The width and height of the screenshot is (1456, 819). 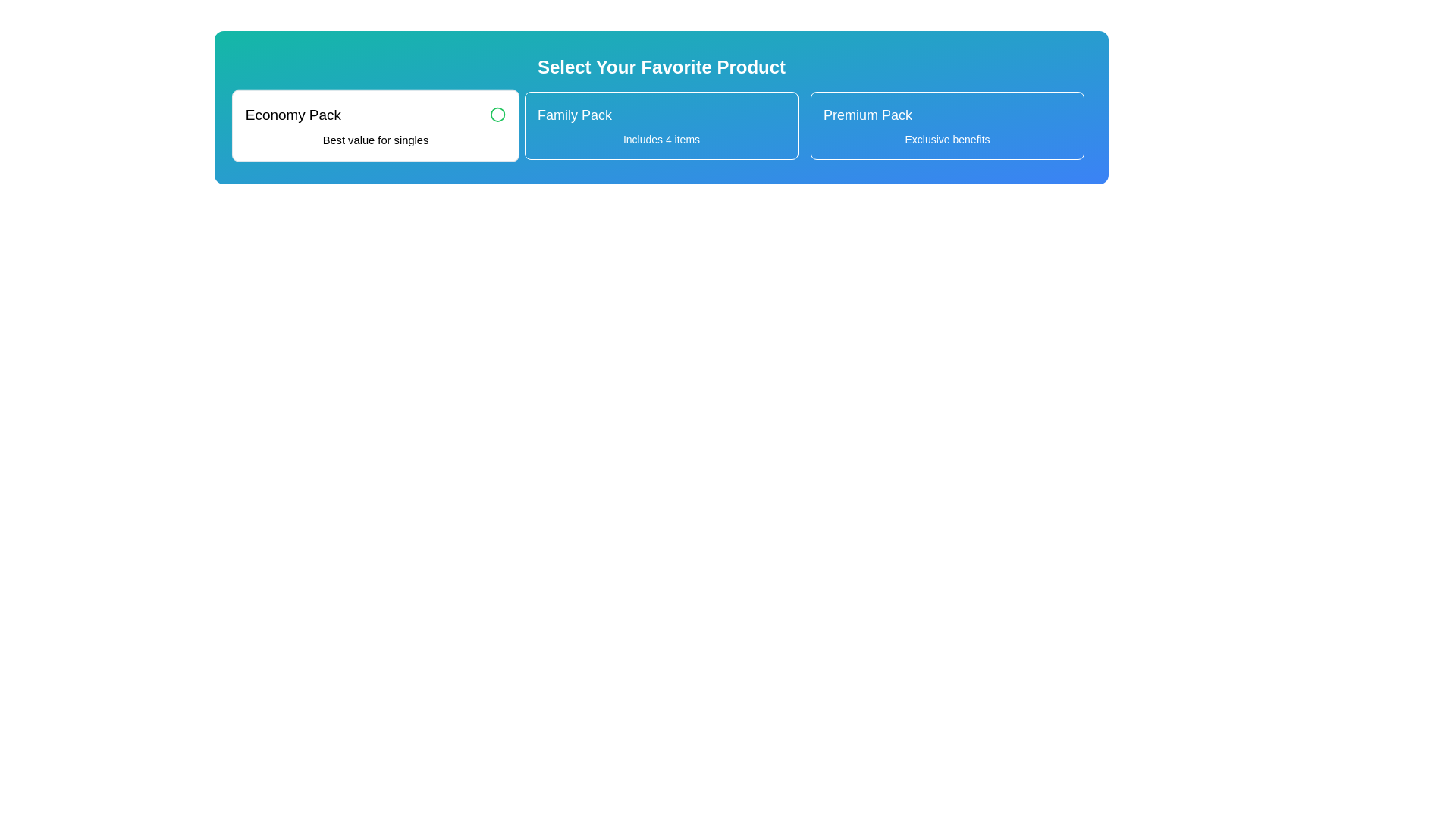 What do you see at coordinates (661, 124) in the screenshot?
I see `on the 'Family Pack' selectable card, which is the second card in a grid layout of options` at bounding box center [661, 124].